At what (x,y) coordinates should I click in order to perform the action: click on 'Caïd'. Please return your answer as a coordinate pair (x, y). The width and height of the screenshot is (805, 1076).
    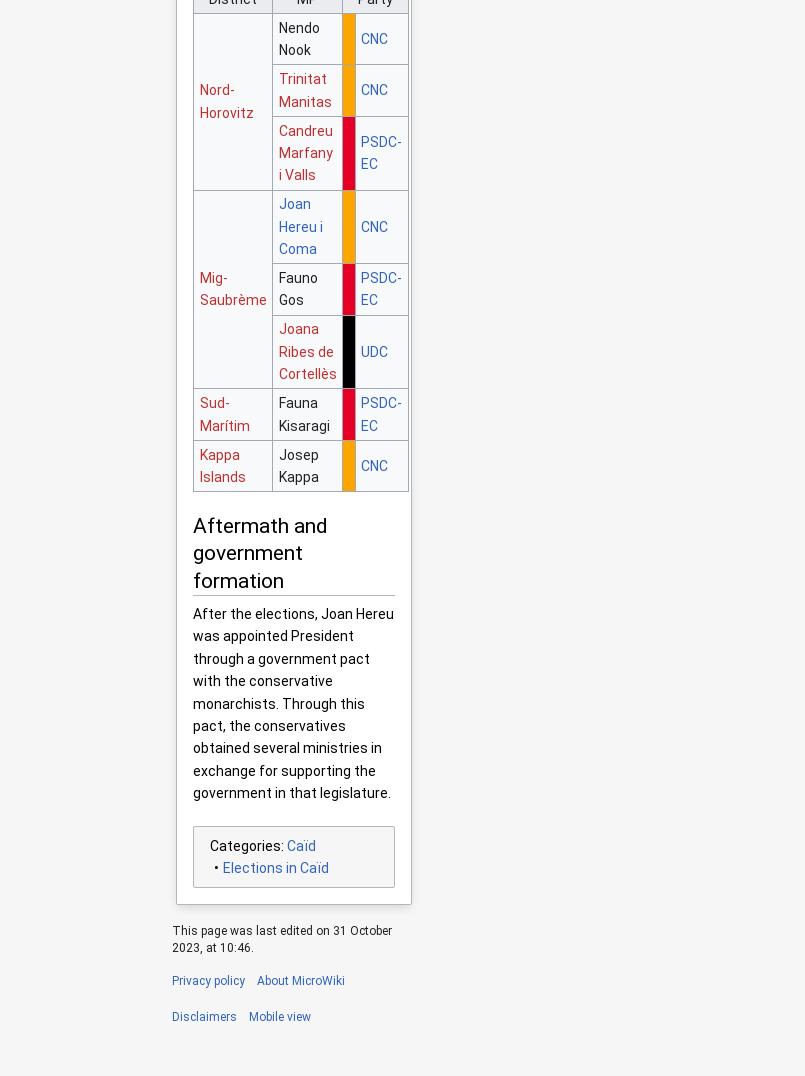
    Looking at the image, I should click on (286, 843).